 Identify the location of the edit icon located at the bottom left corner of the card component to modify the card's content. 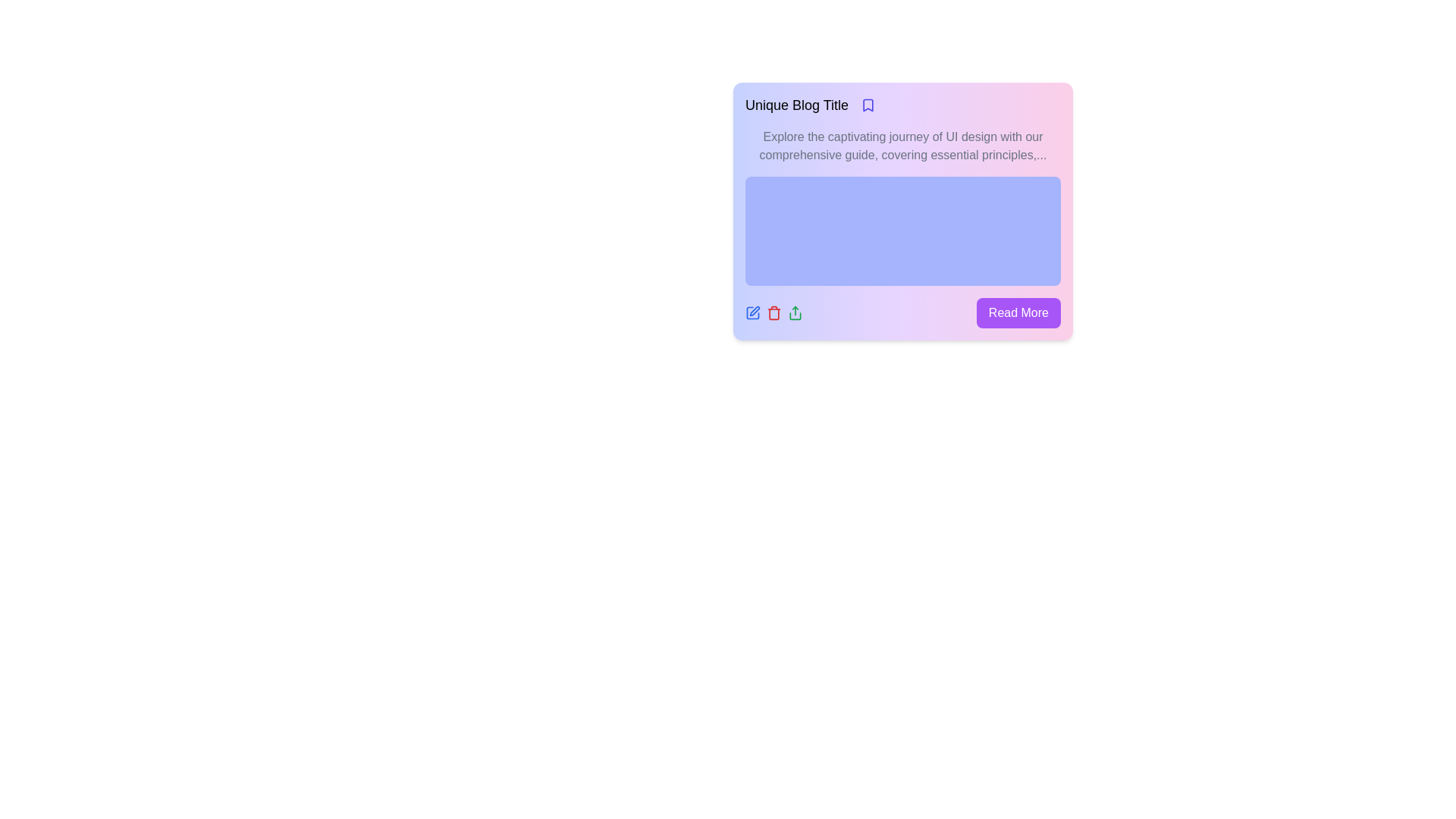
(753, 312).